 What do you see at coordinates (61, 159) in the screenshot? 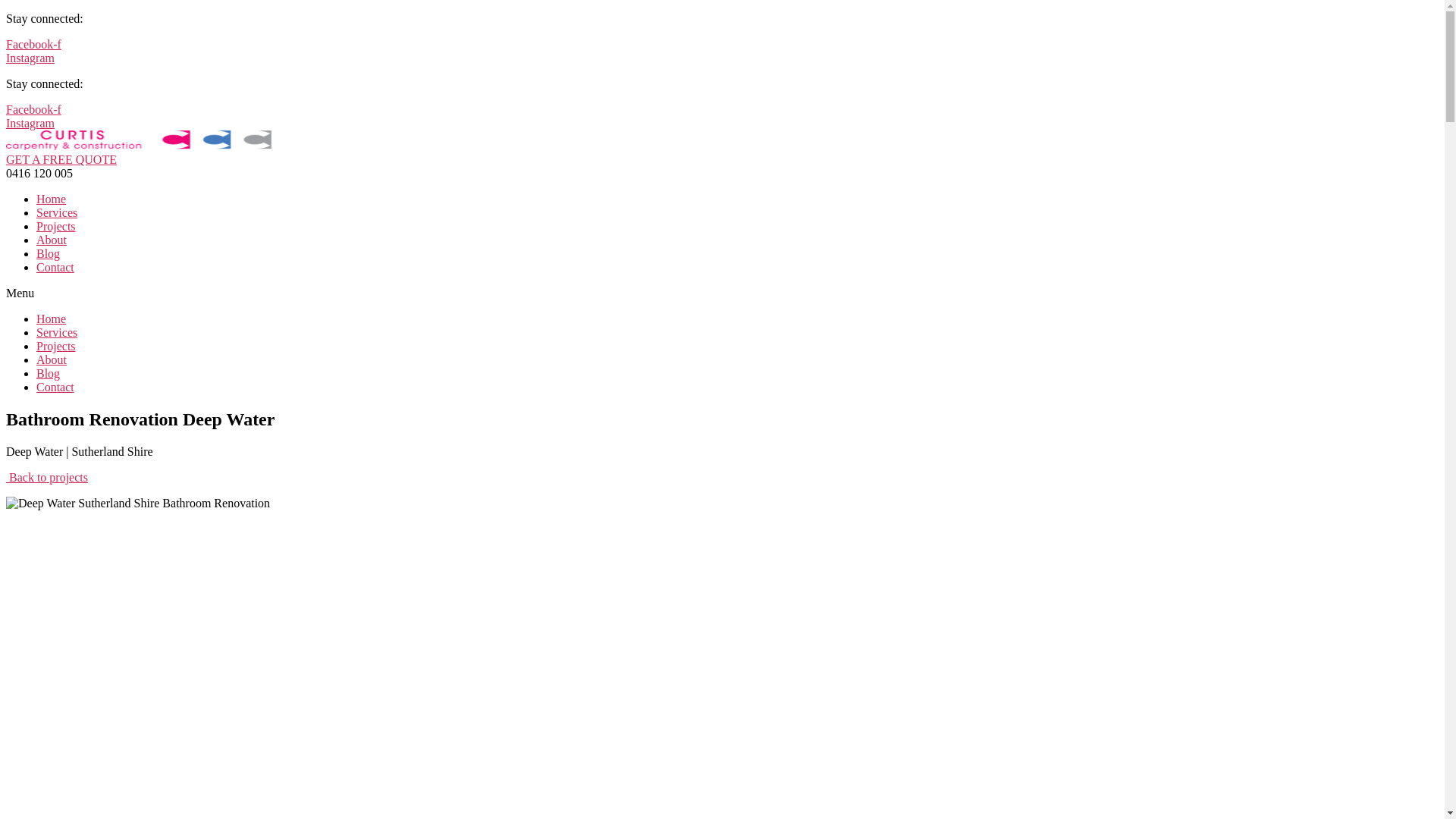
I see `'GET A FREE QUOTE'` at bounding box center [61, 159].